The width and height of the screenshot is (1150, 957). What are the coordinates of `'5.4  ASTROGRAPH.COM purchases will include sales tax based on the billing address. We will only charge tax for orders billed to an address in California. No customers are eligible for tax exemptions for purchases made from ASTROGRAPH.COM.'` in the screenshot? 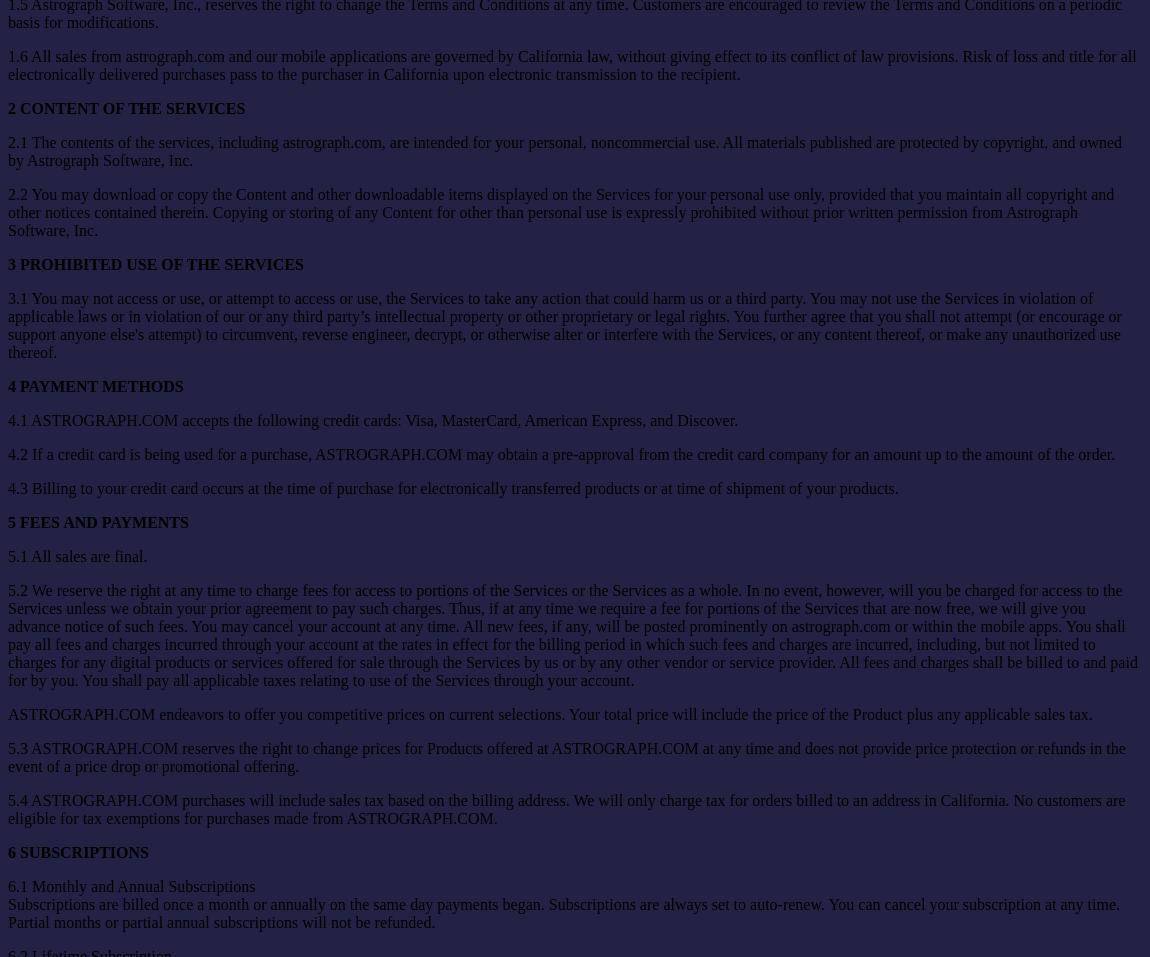 It's located at (566, 807).